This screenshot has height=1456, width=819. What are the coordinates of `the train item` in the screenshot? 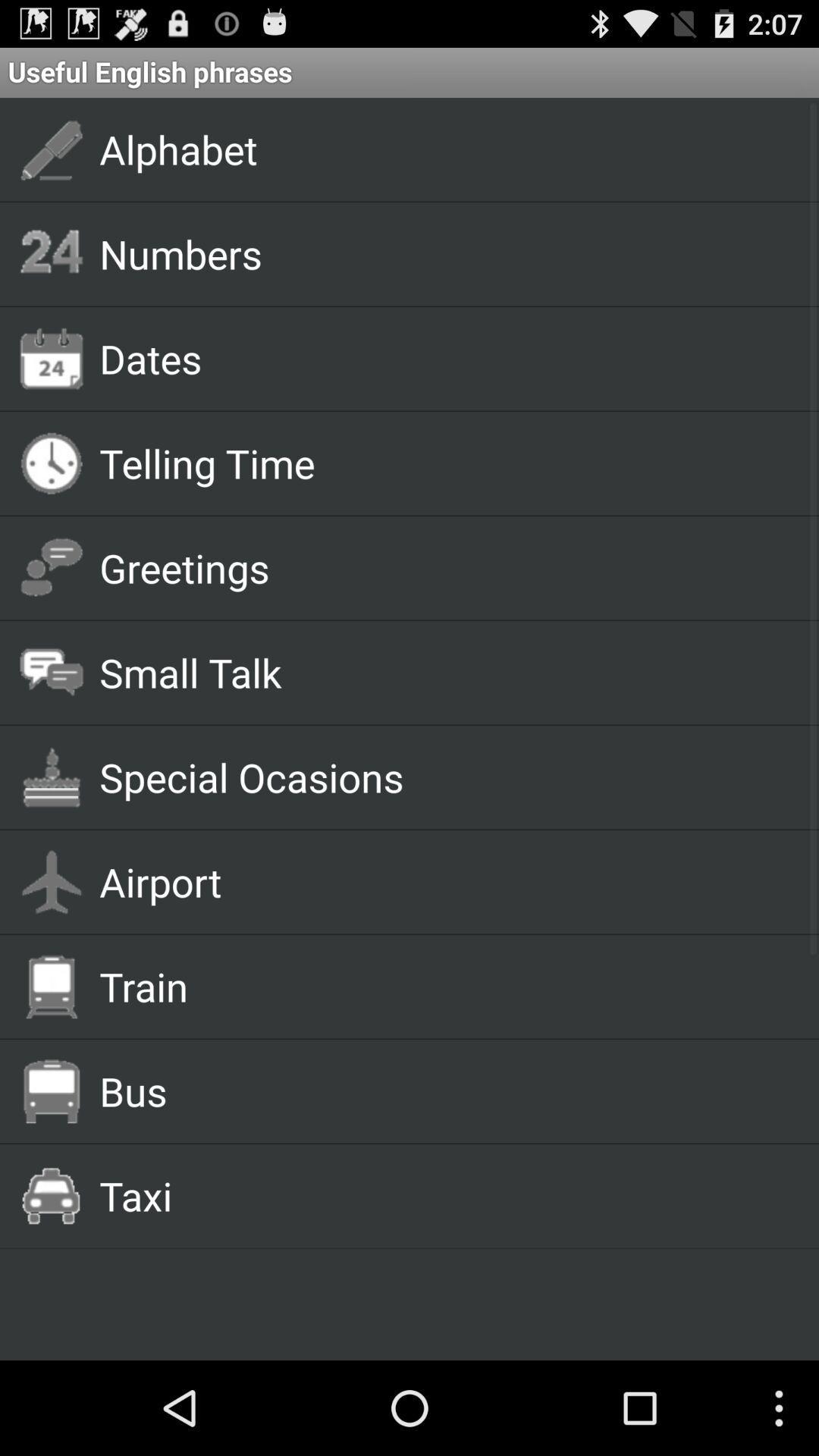 It's located at (441, 986).